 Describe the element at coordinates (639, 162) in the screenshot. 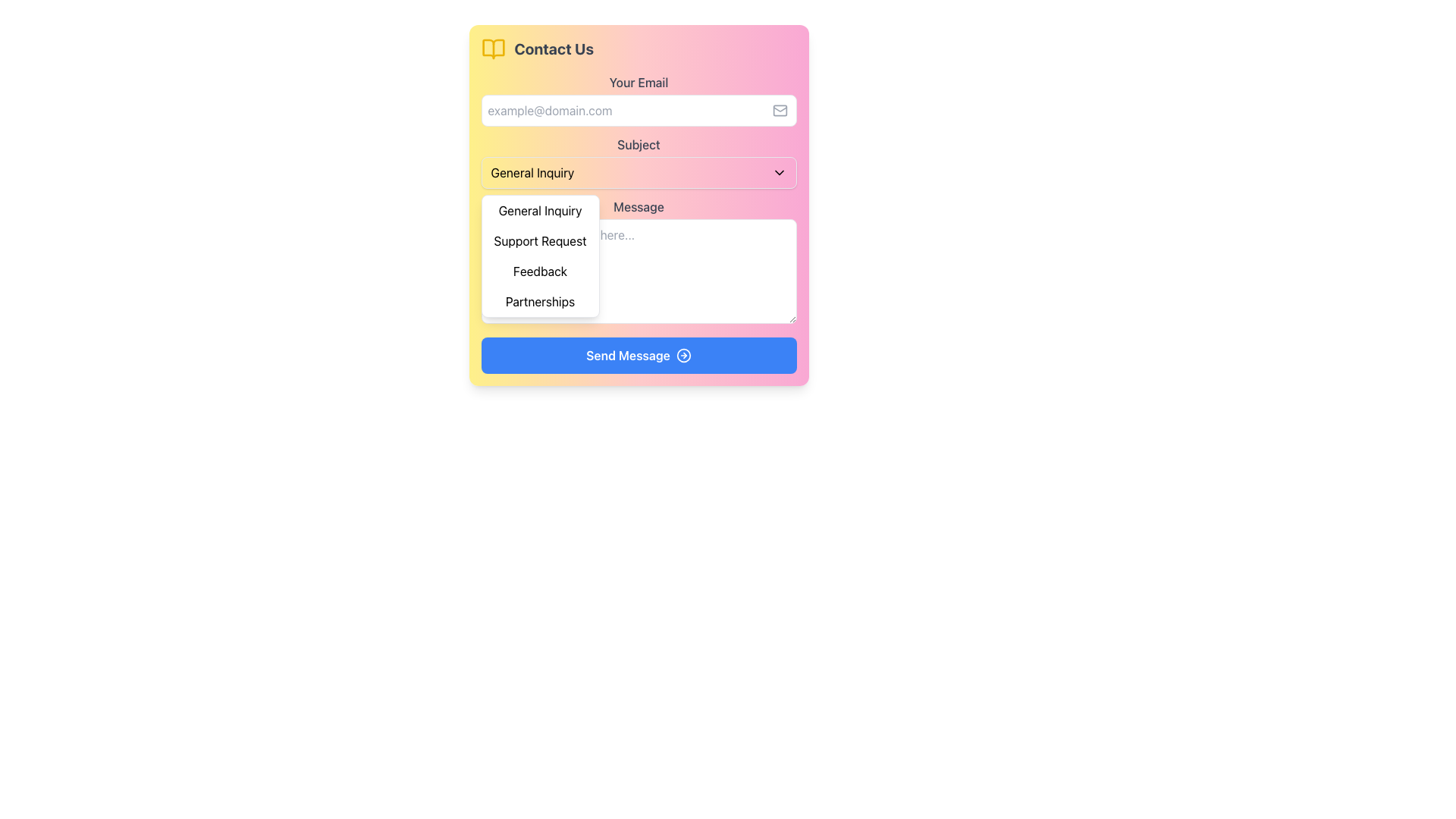

I see `the dropdown menu` at that location.